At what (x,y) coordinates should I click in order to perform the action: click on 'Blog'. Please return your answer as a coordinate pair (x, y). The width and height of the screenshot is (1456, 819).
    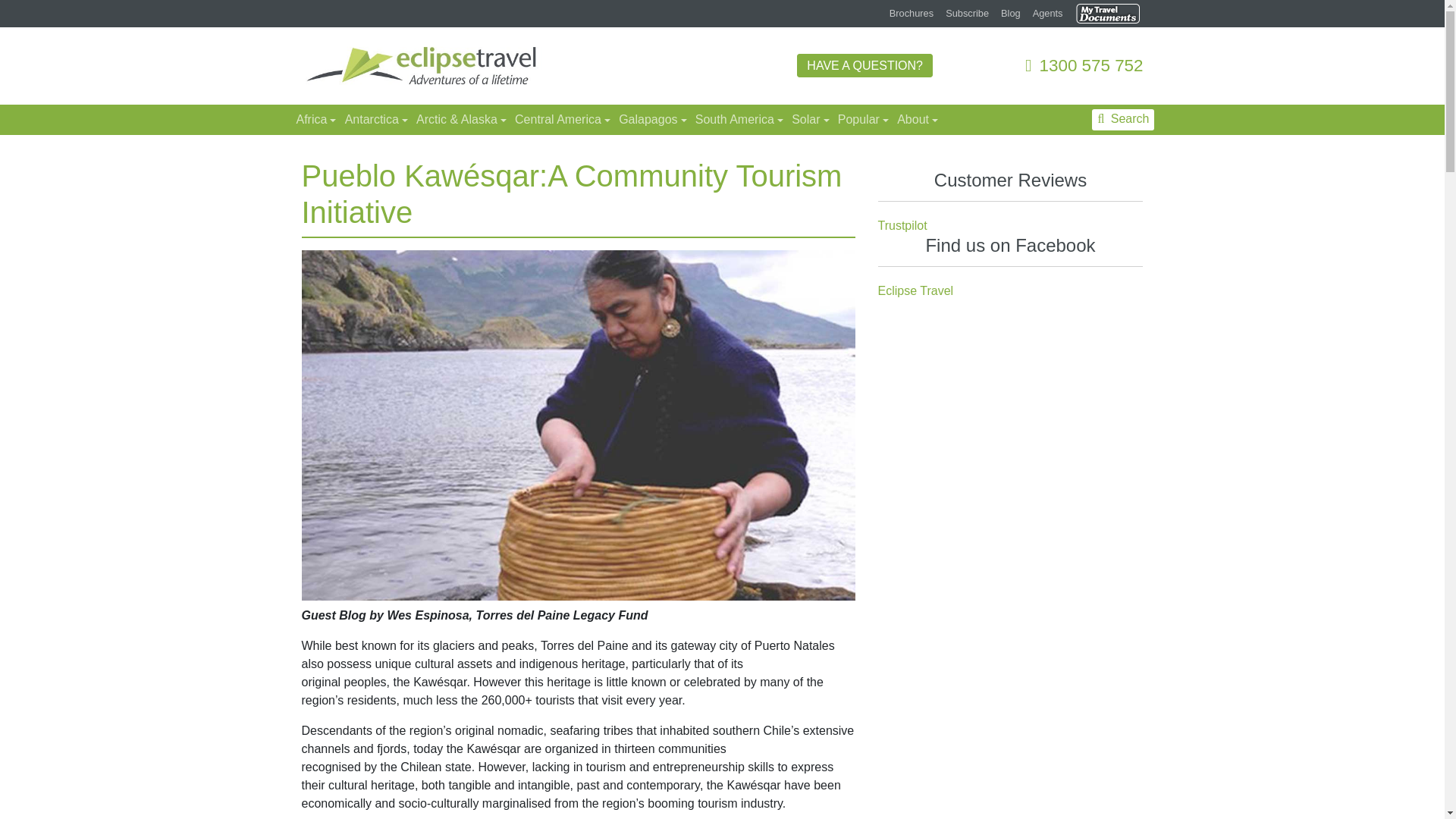
    Looking at the image, I should click on (1011, 13).